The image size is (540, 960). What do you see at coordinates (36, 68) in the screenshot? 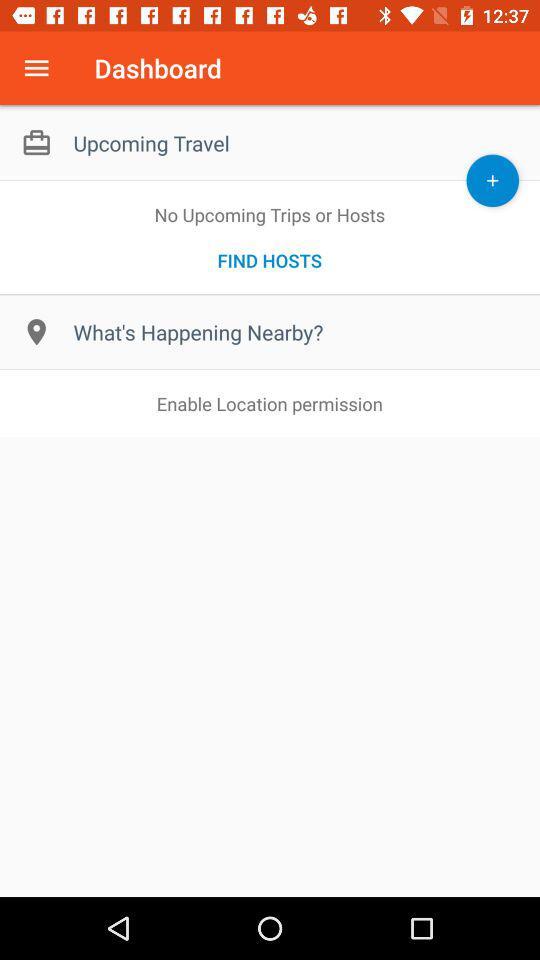
I see `app menu` at bounding box center [36, 68].